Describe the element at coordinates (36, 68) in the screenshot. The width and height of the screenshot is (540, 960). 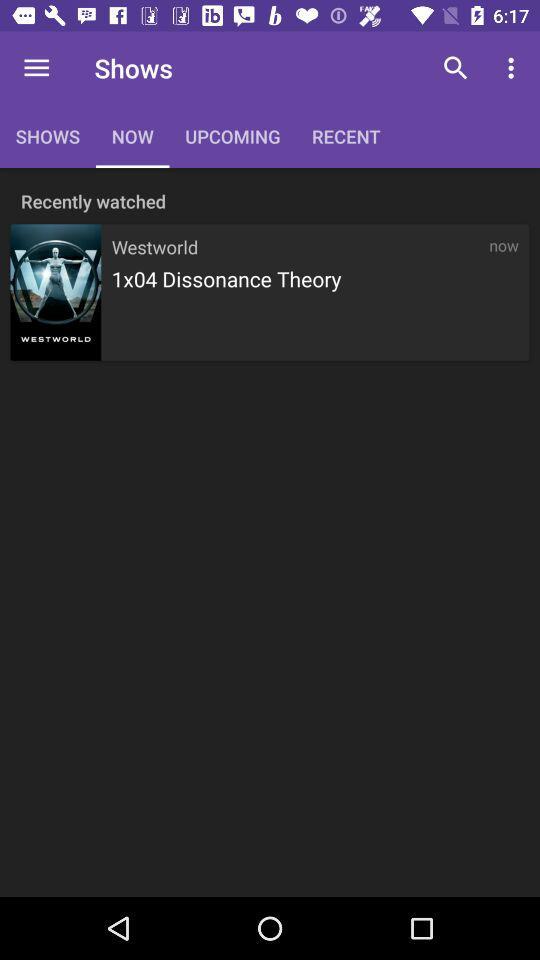
I see `the item next to shows` at that location.